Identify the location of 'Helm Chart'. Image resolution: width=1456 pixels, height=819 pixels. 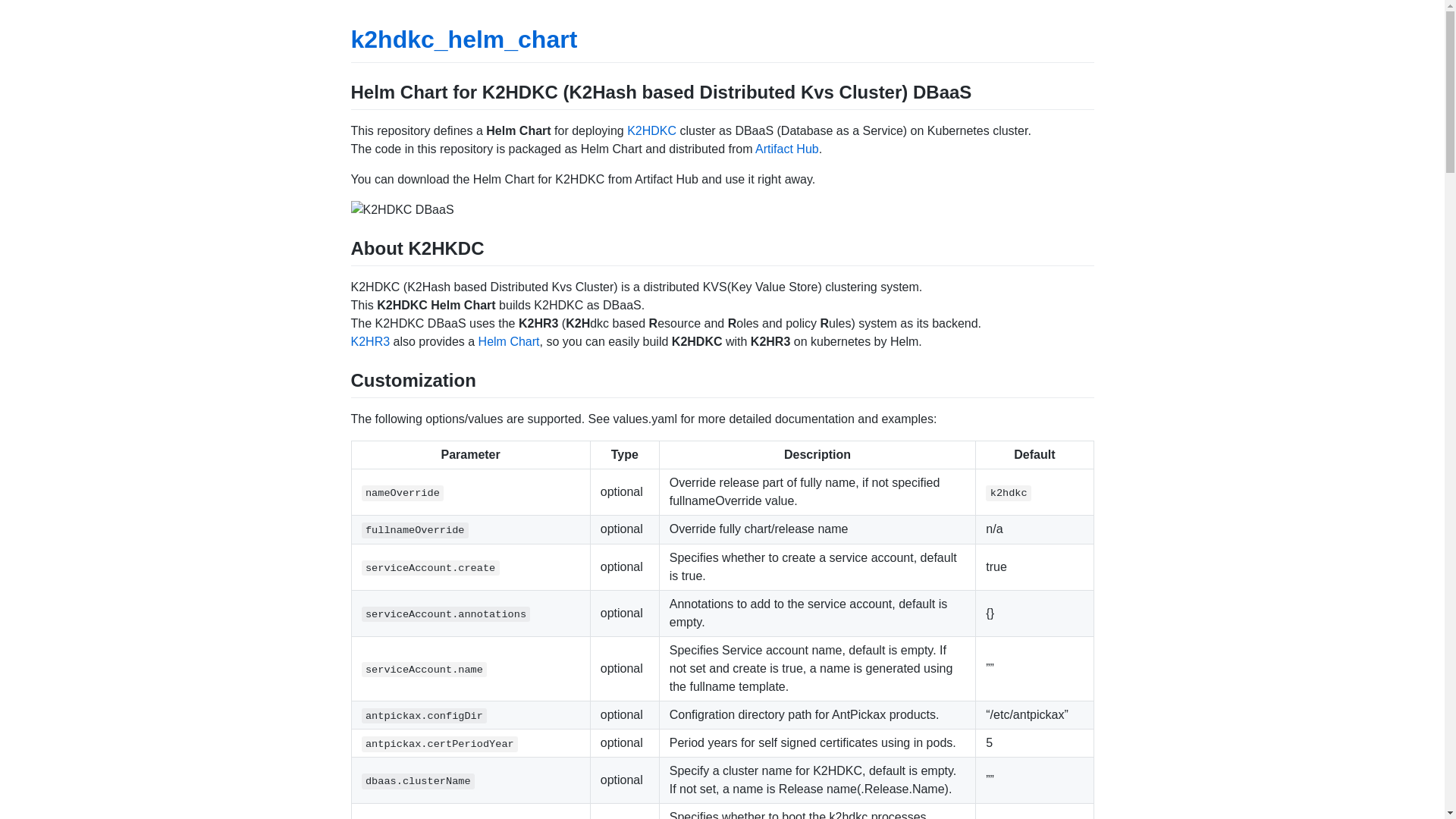
(509, 341).